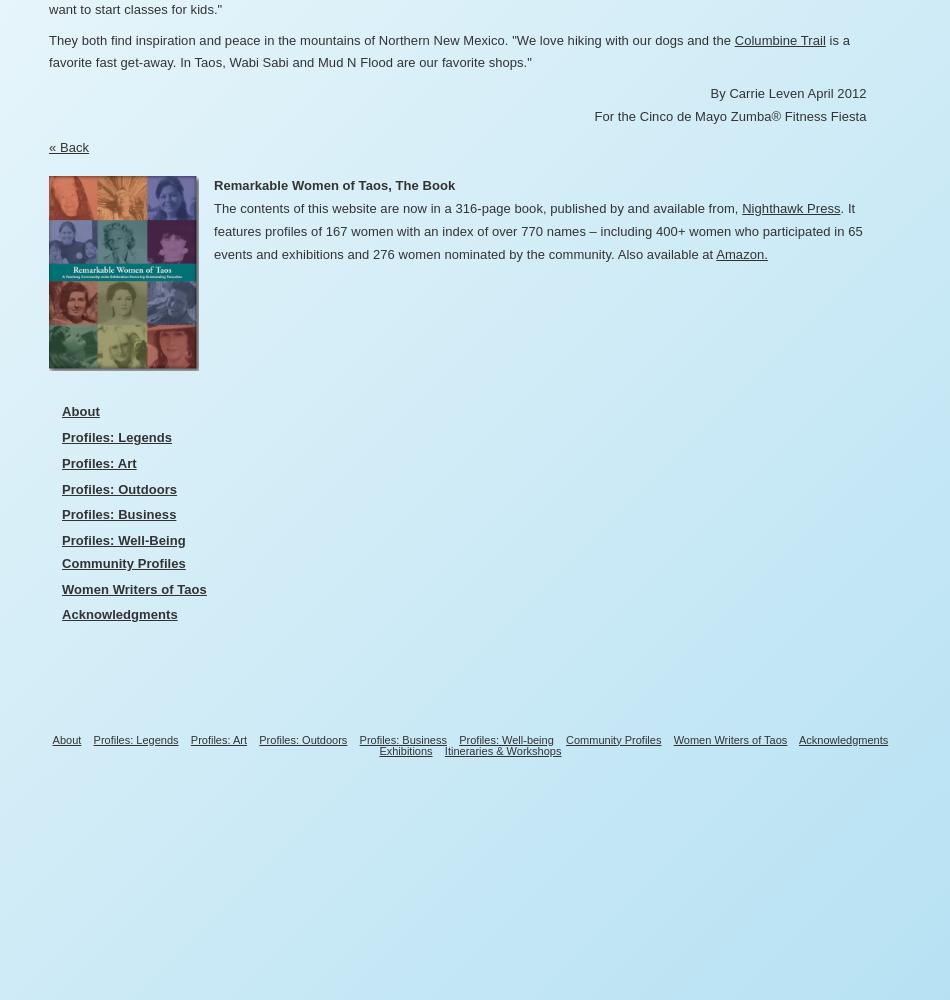  Describe the element at coordinates (778, 39) in the screenshot. I see `'Columbine Trail'` at that location.